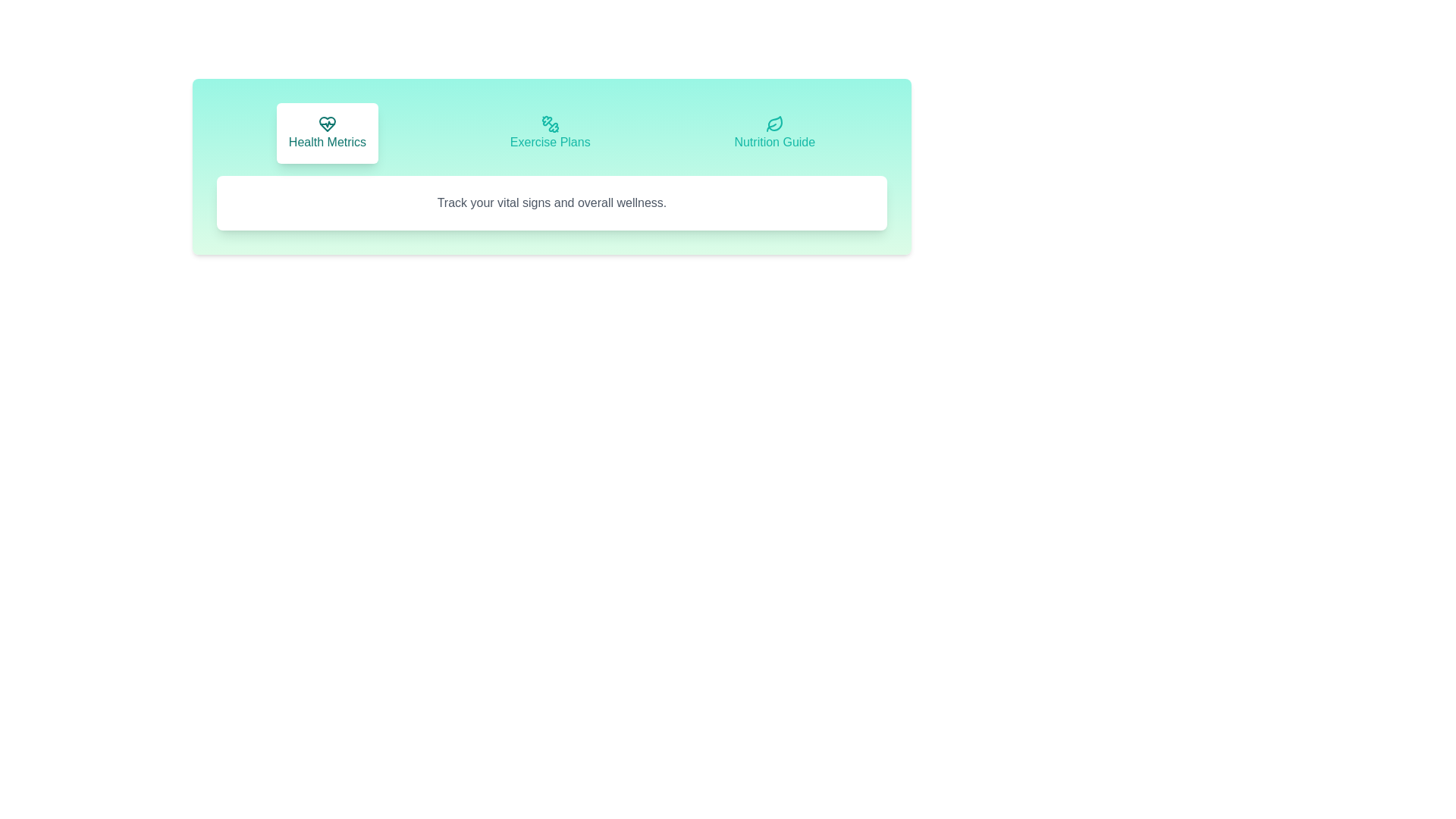  I want to click on the tab labeled Nutrition Guide, so click(774, 133).